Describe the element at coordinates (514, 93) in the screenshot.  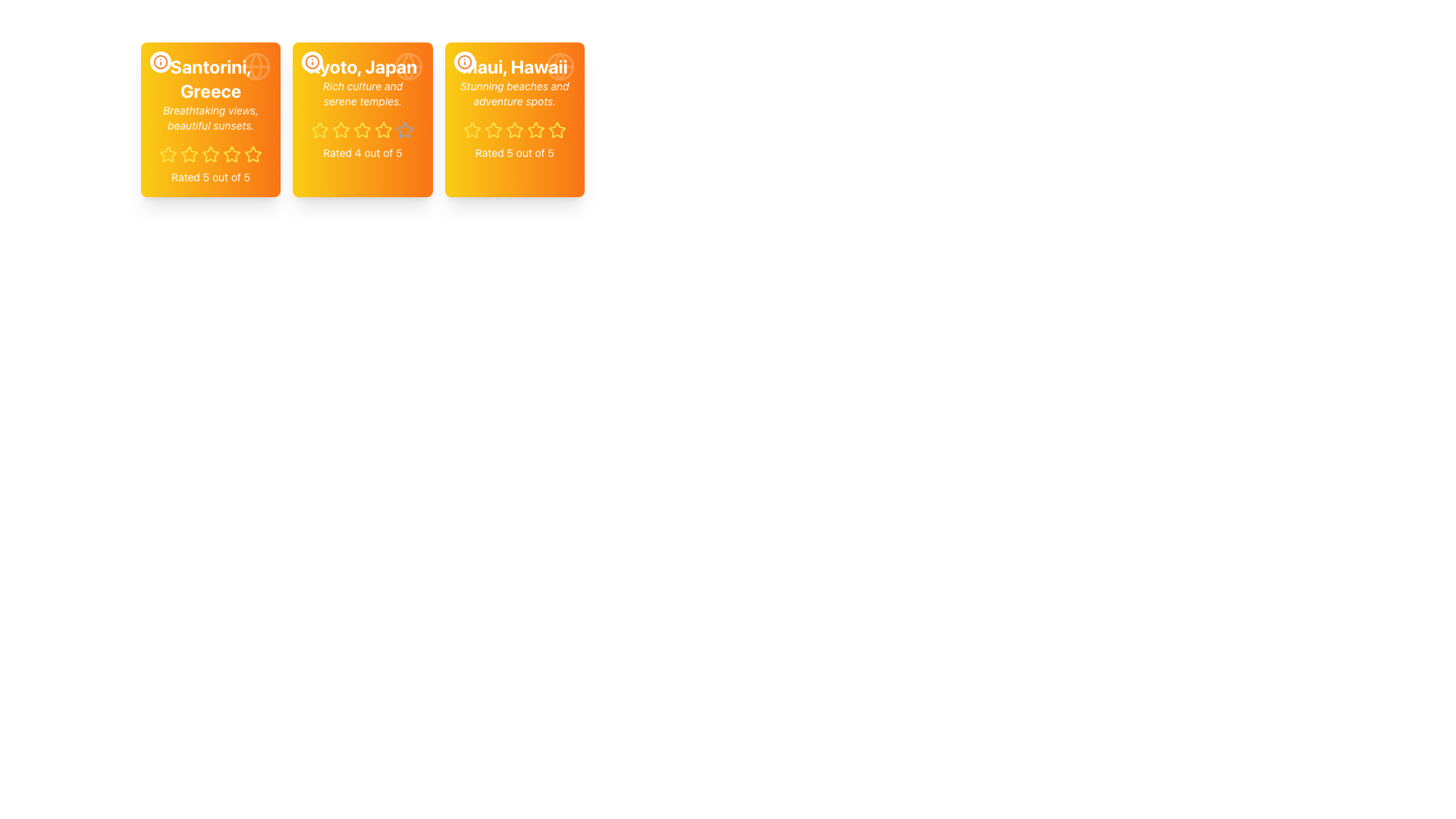
I see `the content of the descriptive text located directly below the title 'Maui, Hawaii' within the third card in a horizontal row` at that location.